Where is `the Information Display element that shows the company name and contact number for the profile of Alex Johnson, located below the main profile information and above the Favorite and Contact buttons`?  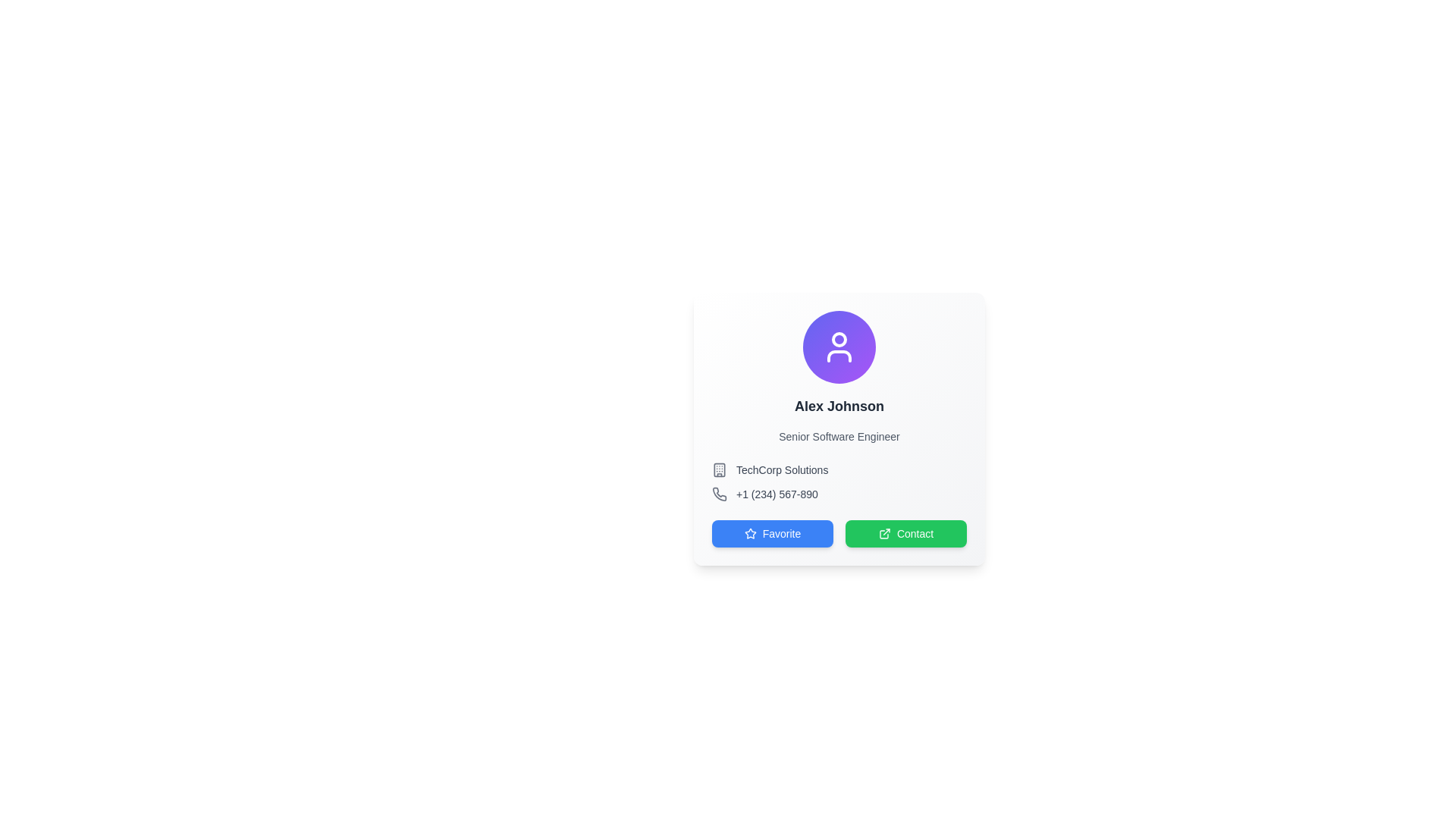 the Information Display element that shows the company name and contact number for the profile of Alex Johnson, located below the main profile information and above the Favorite and Contact buttons is located at coordinates (839, 482).